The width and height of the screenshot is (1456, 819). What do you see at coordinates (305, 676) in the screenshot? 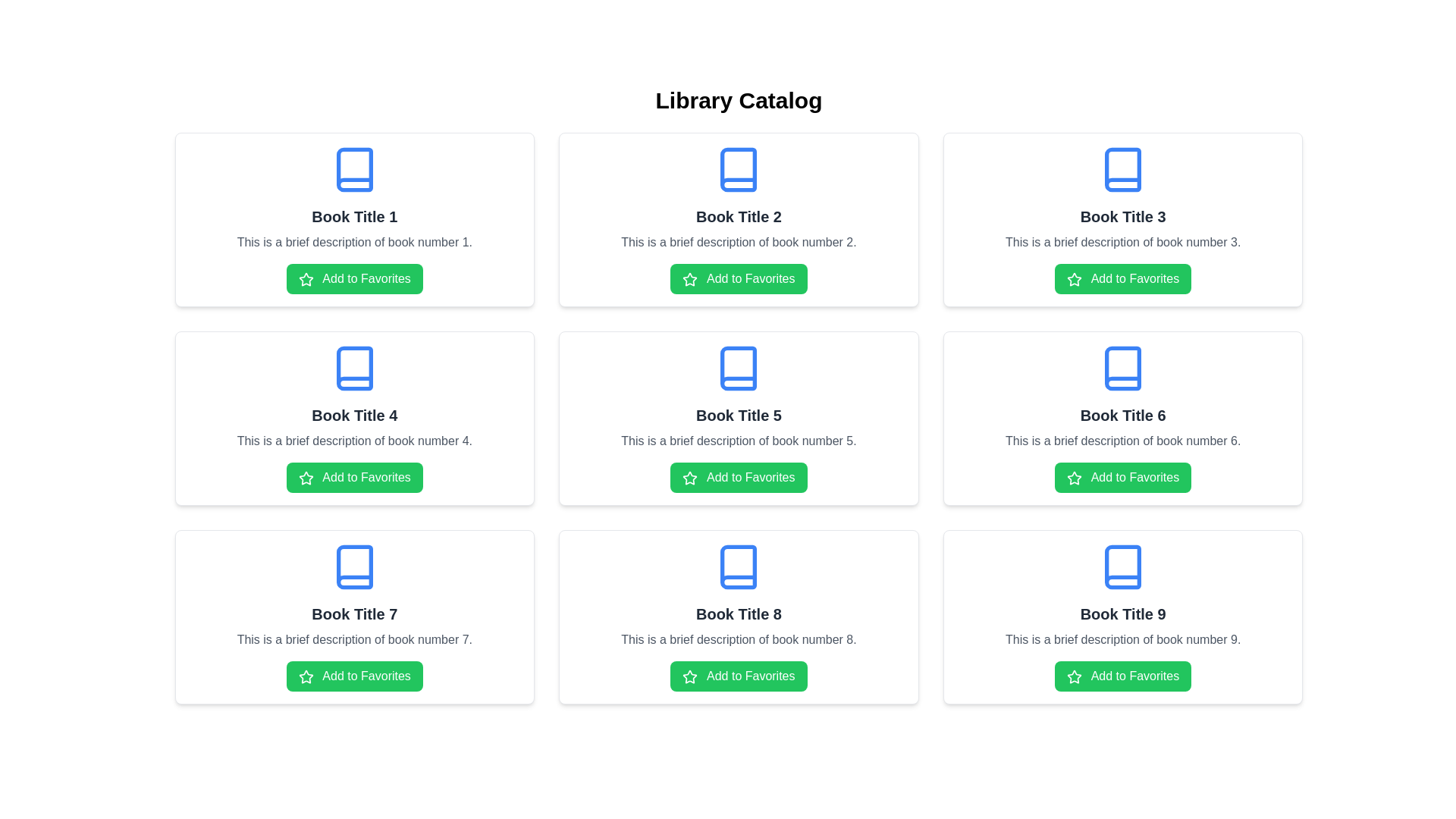
I see `the star-shaped SVG icon within the 'Add to Favorites' button of the 'Book Title 7' card, located in the third row and first column of the grid layout` at bounding box center [305, 676].